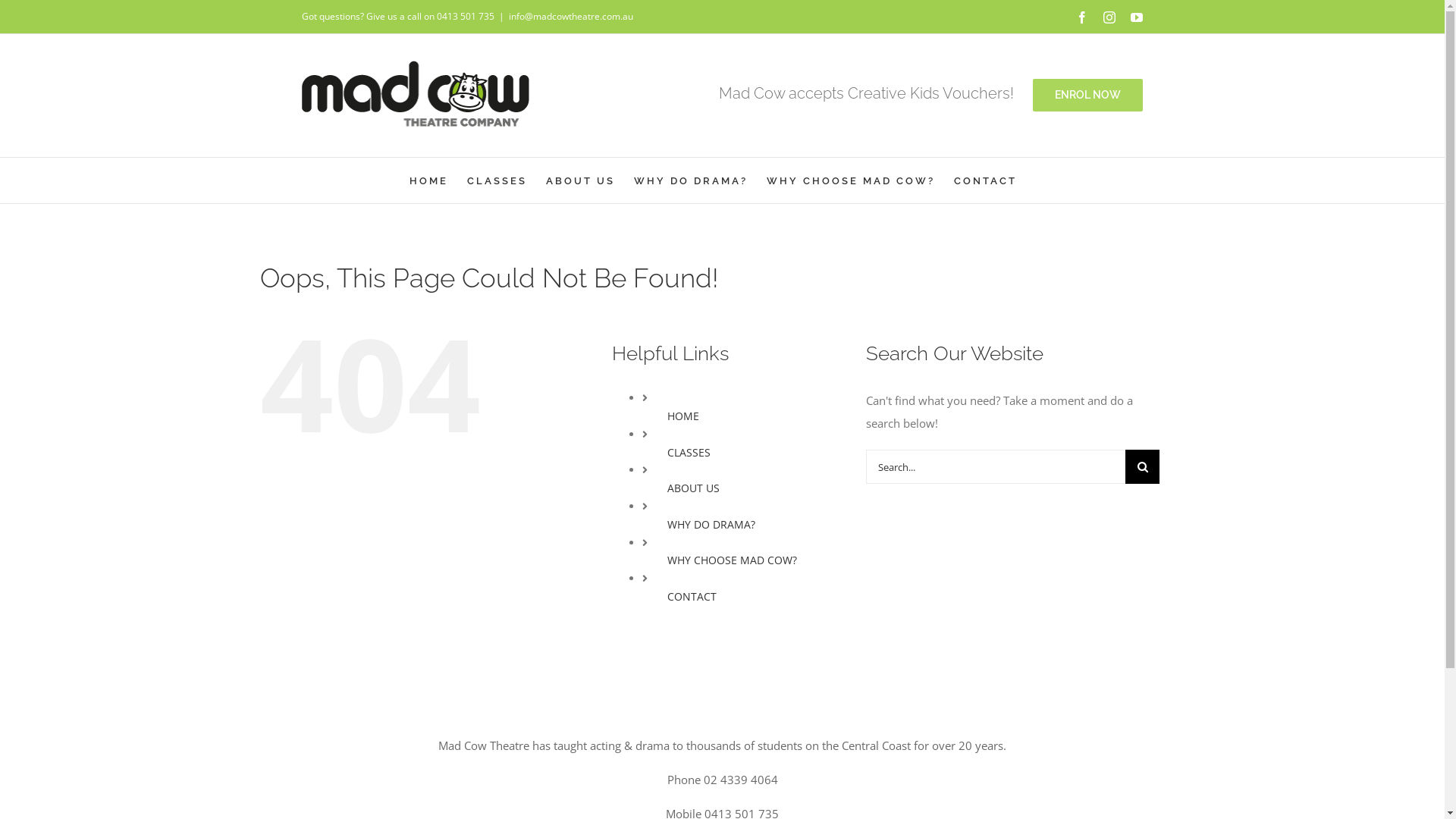  I want to click on 'YouTube', so click(1136, 17).